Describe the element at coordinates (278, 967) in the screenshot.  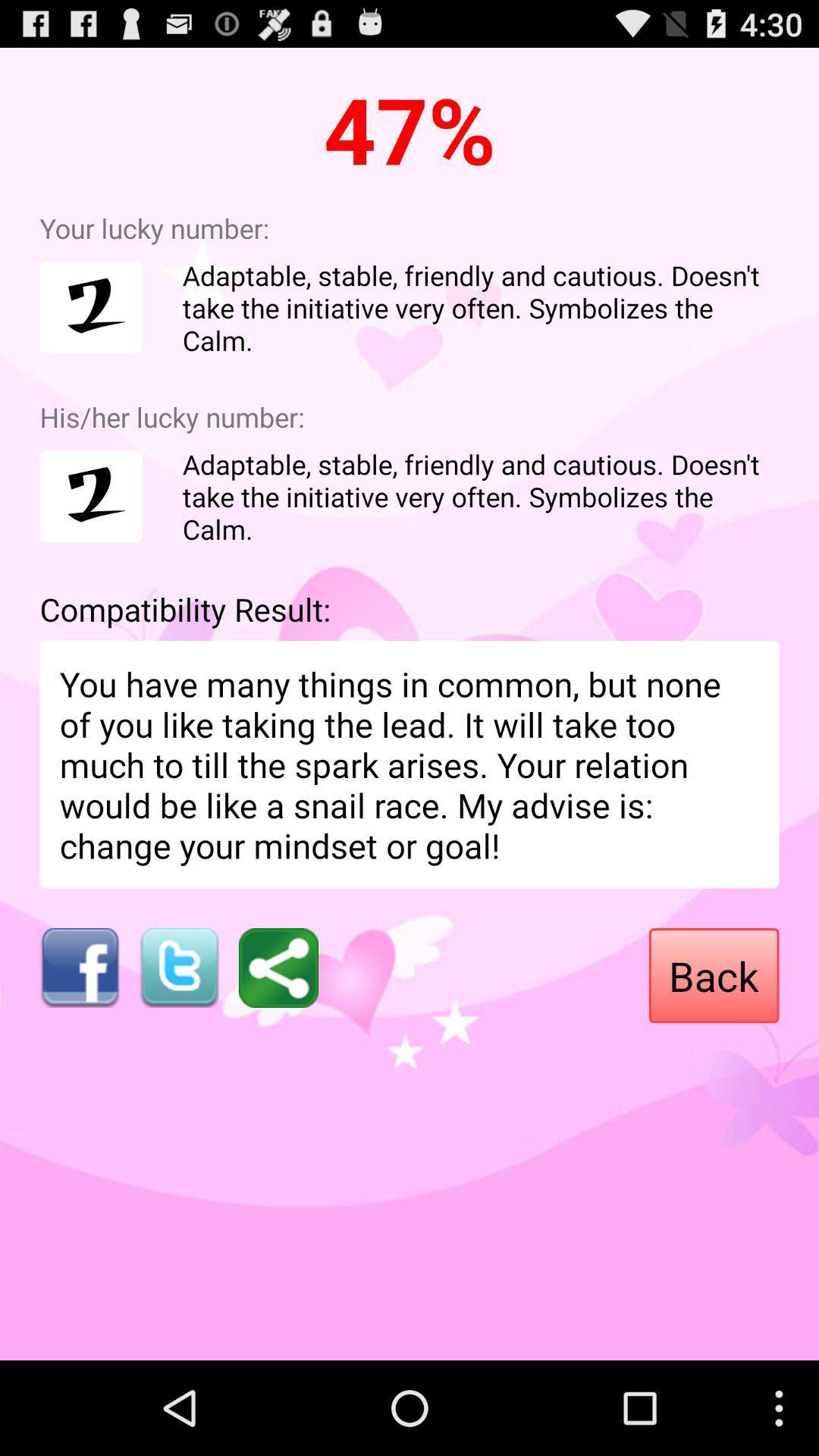
I see `share the article` at that location.